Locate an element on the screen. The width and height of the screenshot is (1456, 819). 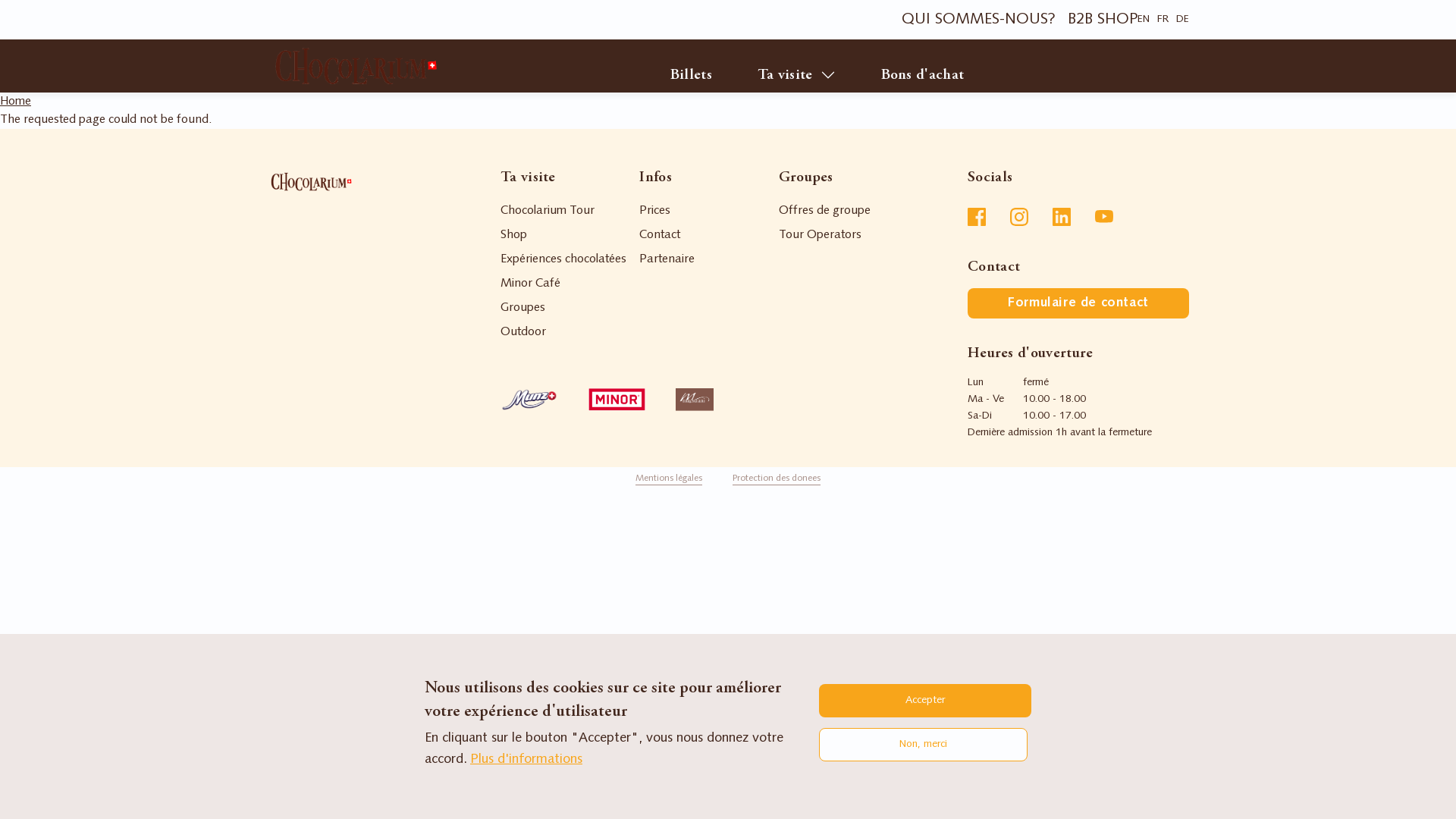
'Home' is located at coordinates (15, 102).